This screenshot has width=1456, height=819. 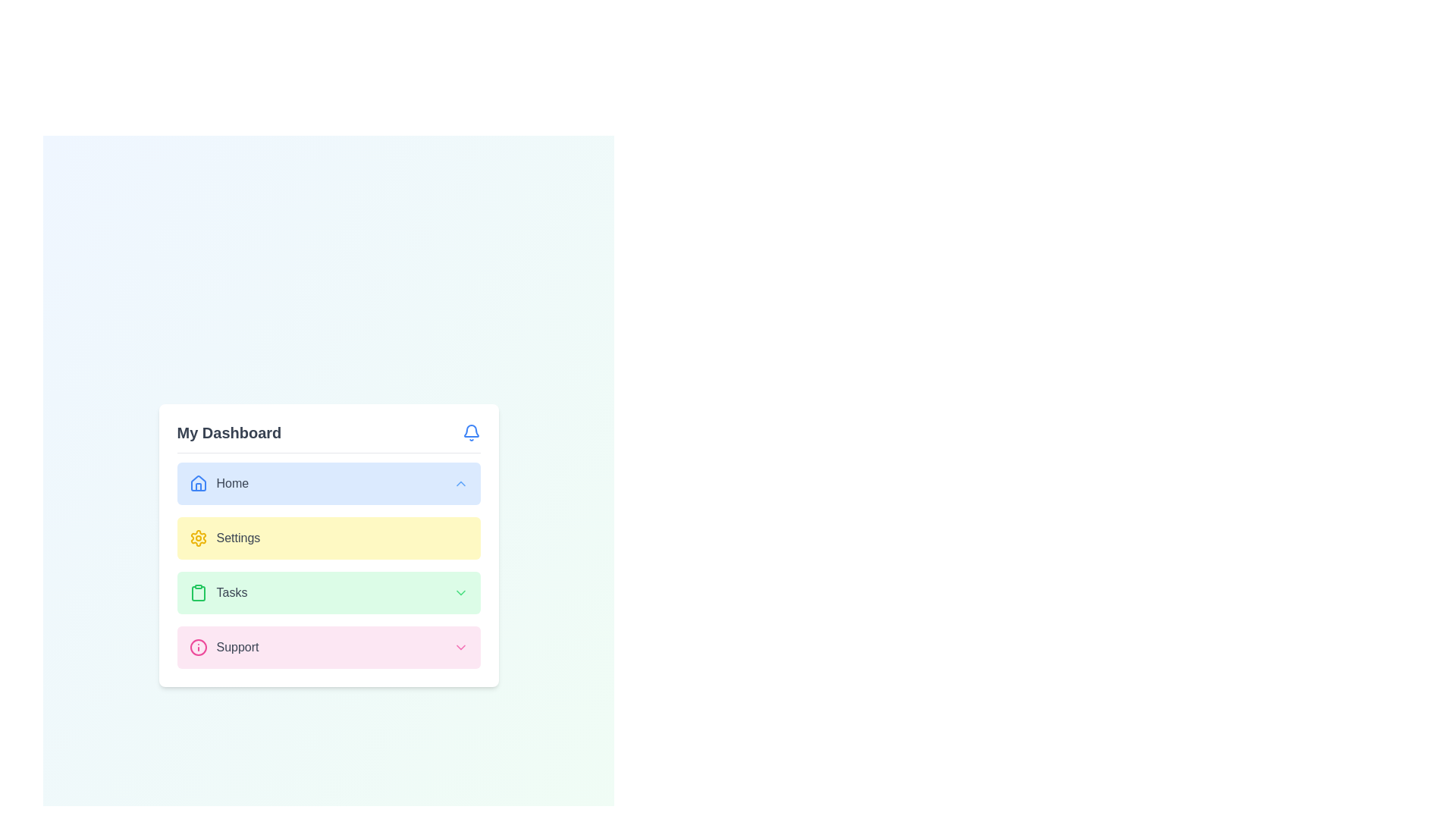 What do you see at coordinates (197, 647) in the screenshot?
I see `the circular SVG-based graphic element with a pink-themed color scheme, which serves as a visual indicator or button` at bounding box center [197, 647].